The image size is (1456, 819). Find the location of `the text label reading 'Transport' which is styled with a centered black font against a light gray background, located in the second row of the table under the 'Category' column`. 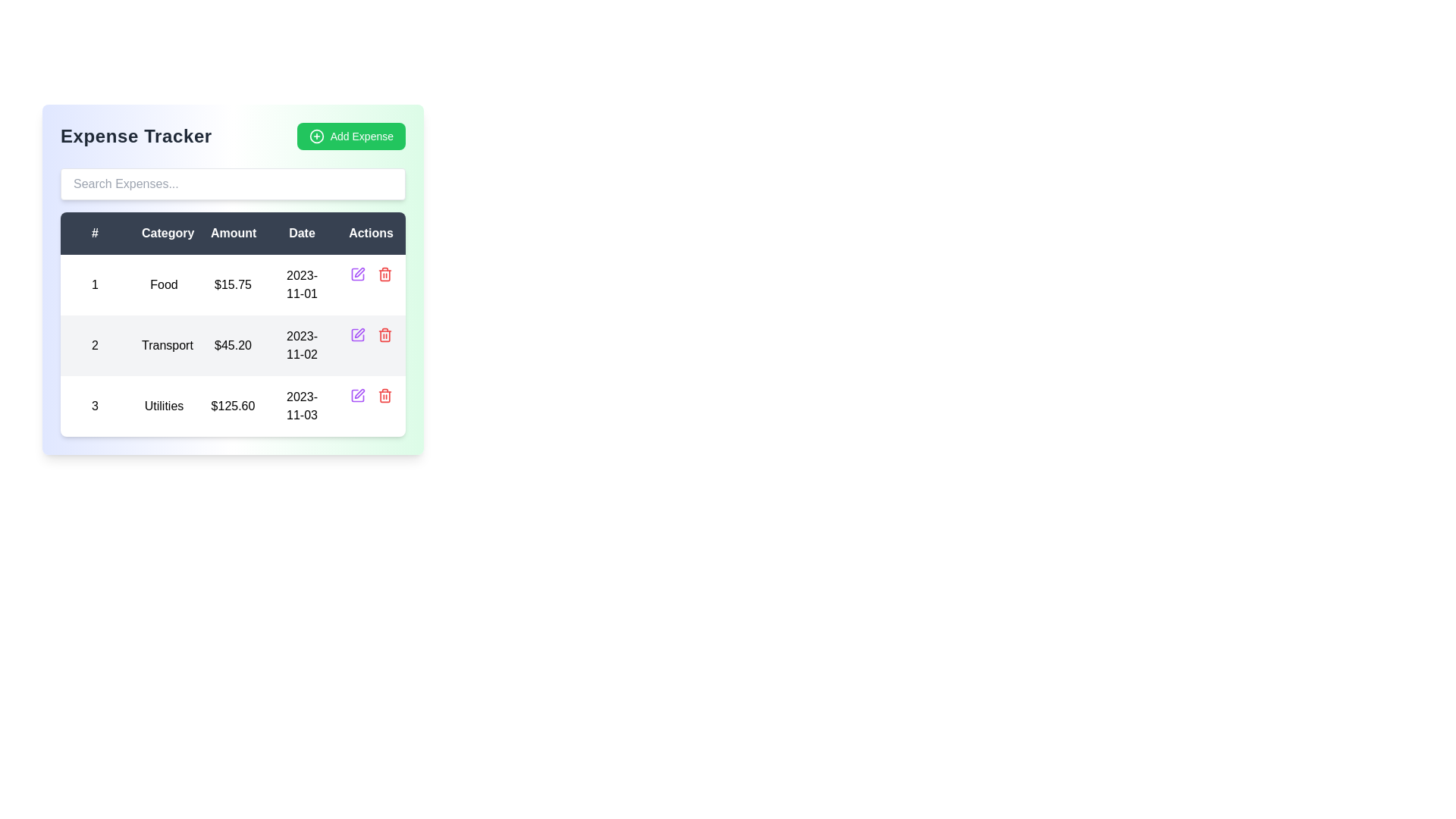

the text label reading 'Transport' which is styled with a centered black font against a light gray background, located in the second row of the table under the 'Category' column is located at coordinates (164, 345).